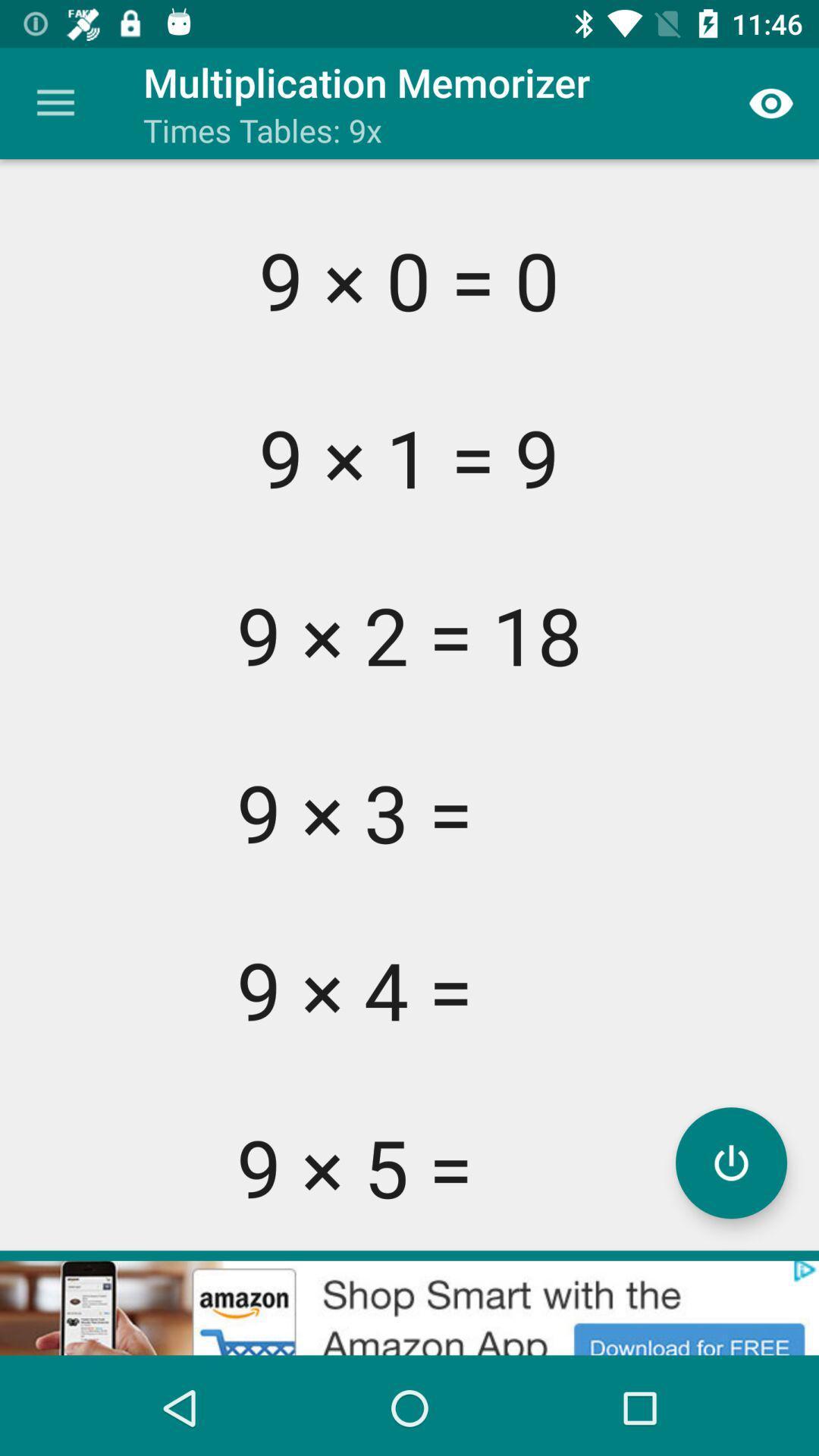 The width and height of the screenshot is (819, 1456). Describe the element at coordinates (730, 1162) in the screenshot. I see `the power icon` at that location.